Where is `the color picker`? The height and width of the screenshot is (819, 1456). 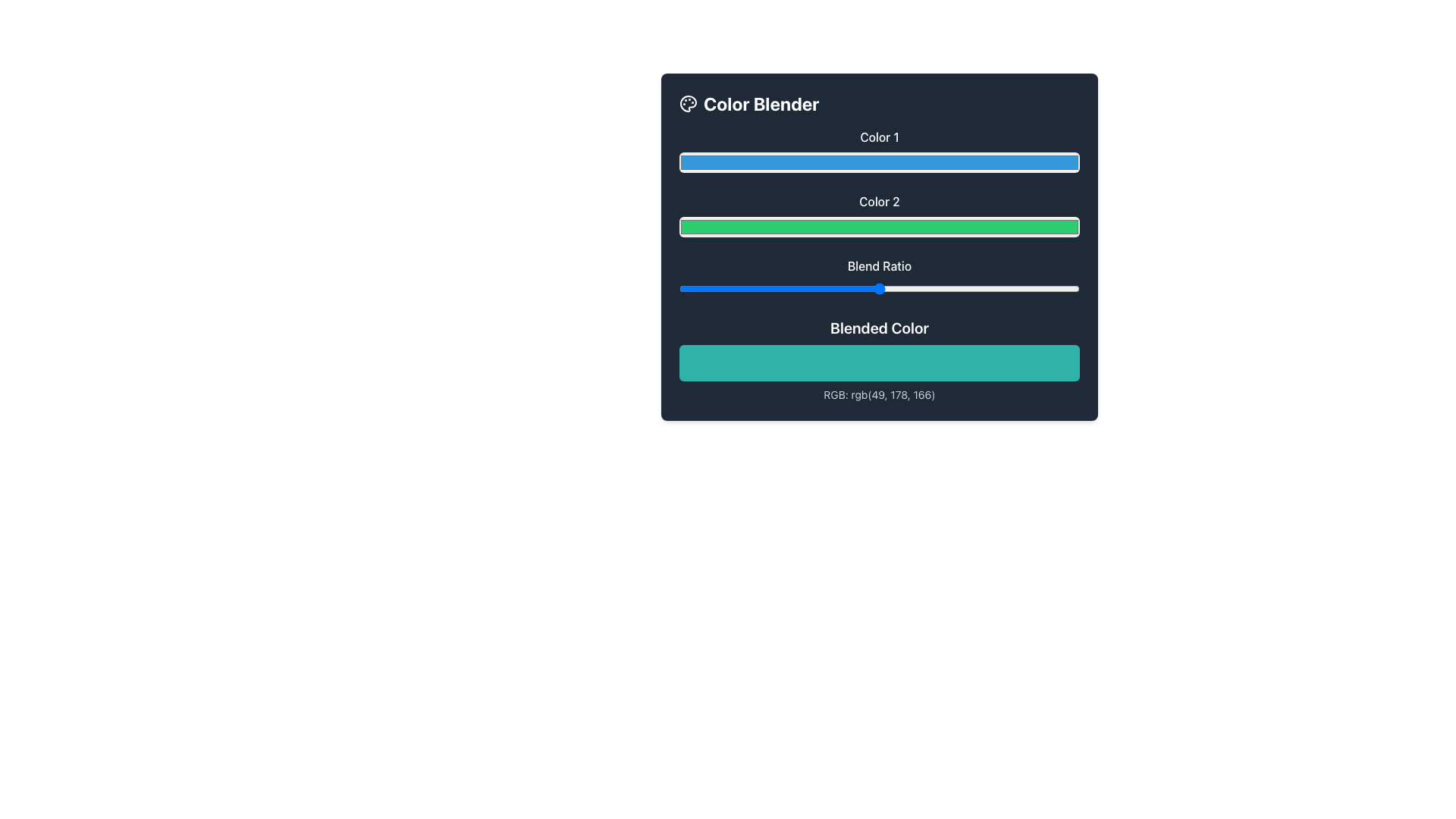
the color picker is located at coordinates (880, 227).